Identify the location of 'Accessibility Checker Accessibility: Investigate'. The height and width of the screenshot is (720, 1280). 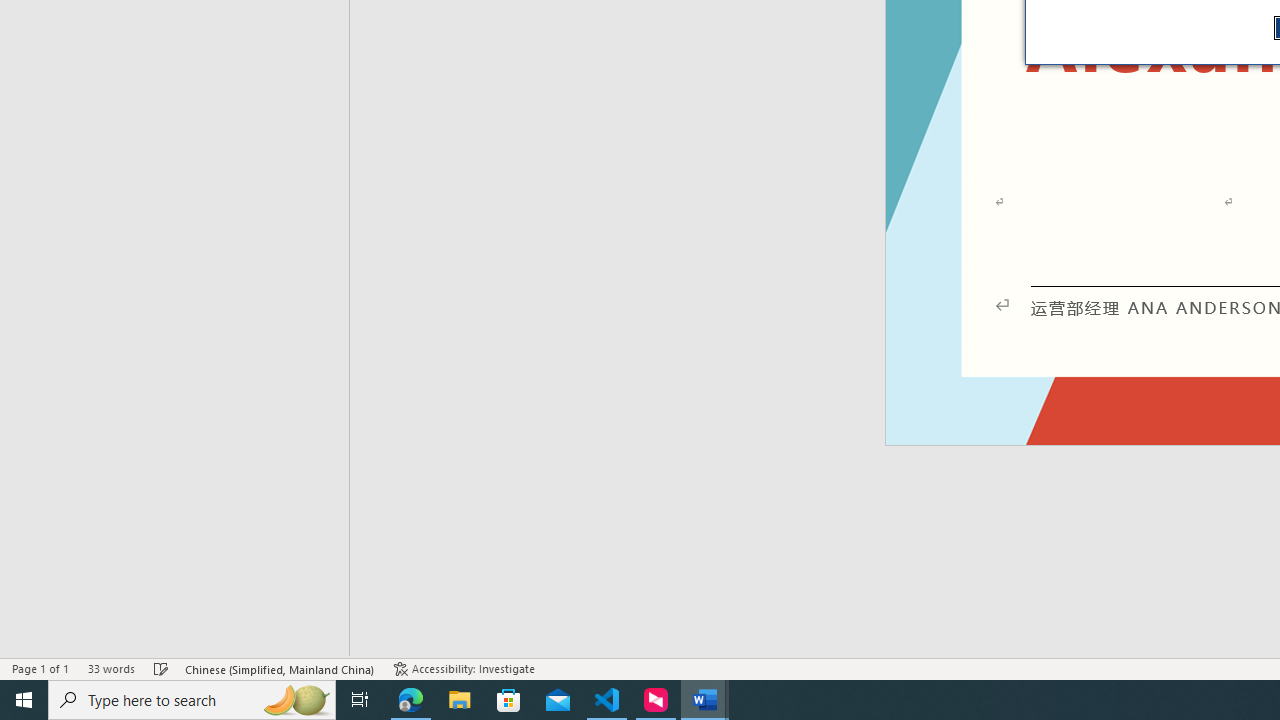
(463, 669).